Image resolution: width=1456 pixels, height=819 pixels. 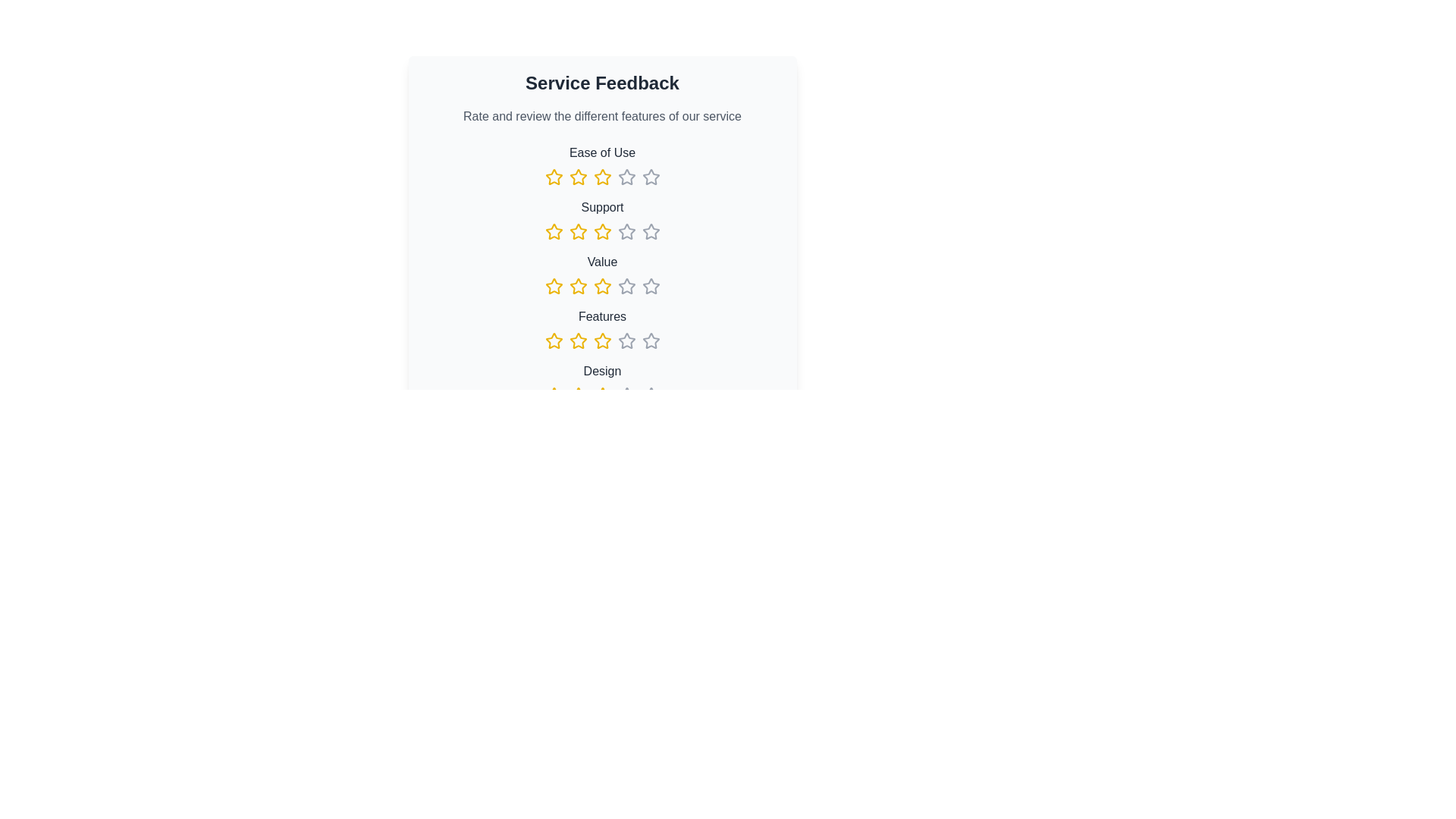 What do you see at coordinates (577, 394) in the screenshot?
I see `the highlighted yellow star icon in the Rating section of the feedback form` at bounding box center [577, 394].